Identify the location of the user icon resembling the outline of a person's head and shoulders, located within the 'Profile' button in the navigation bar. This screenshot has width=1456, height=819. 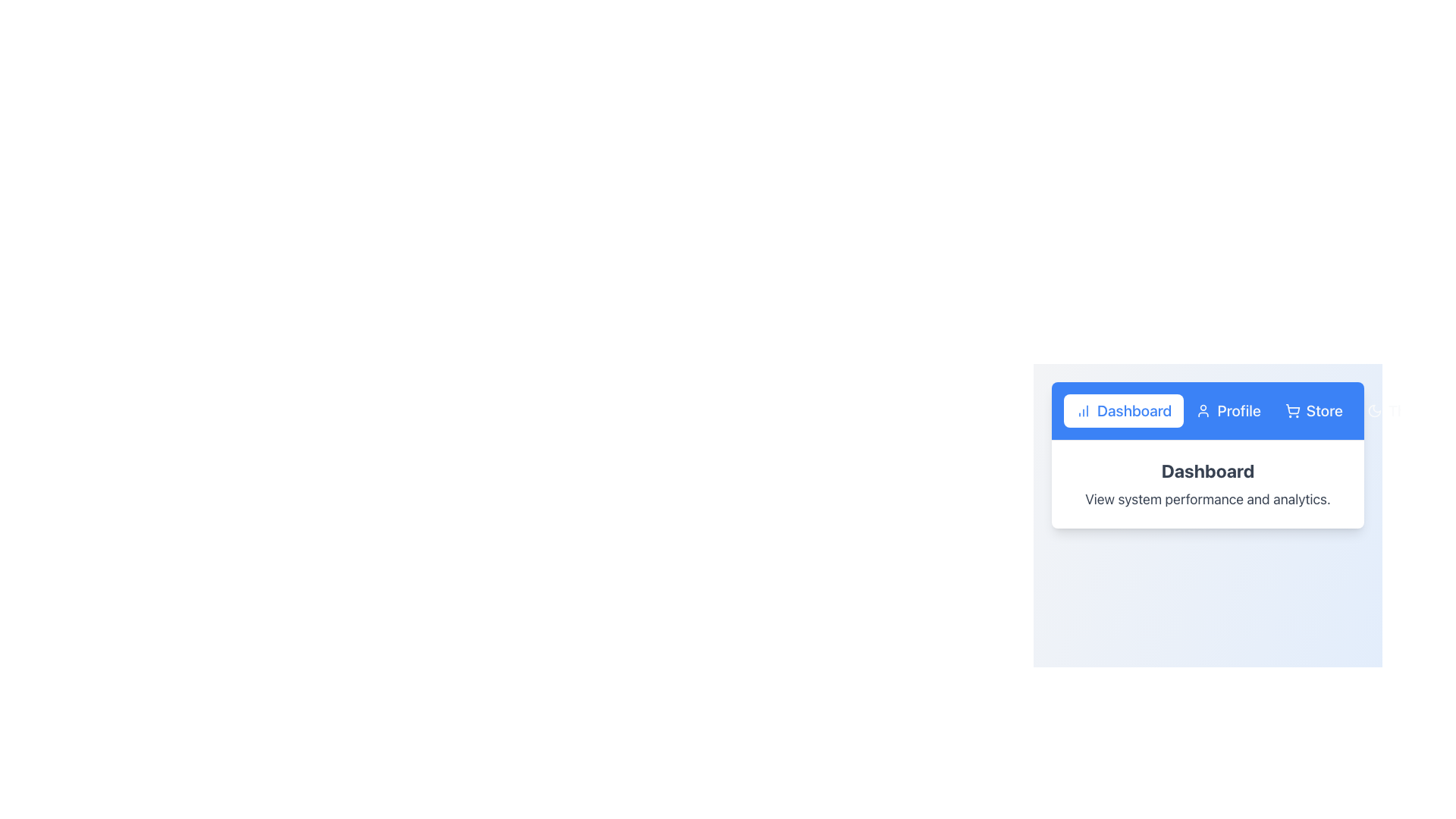
(1203, 411).